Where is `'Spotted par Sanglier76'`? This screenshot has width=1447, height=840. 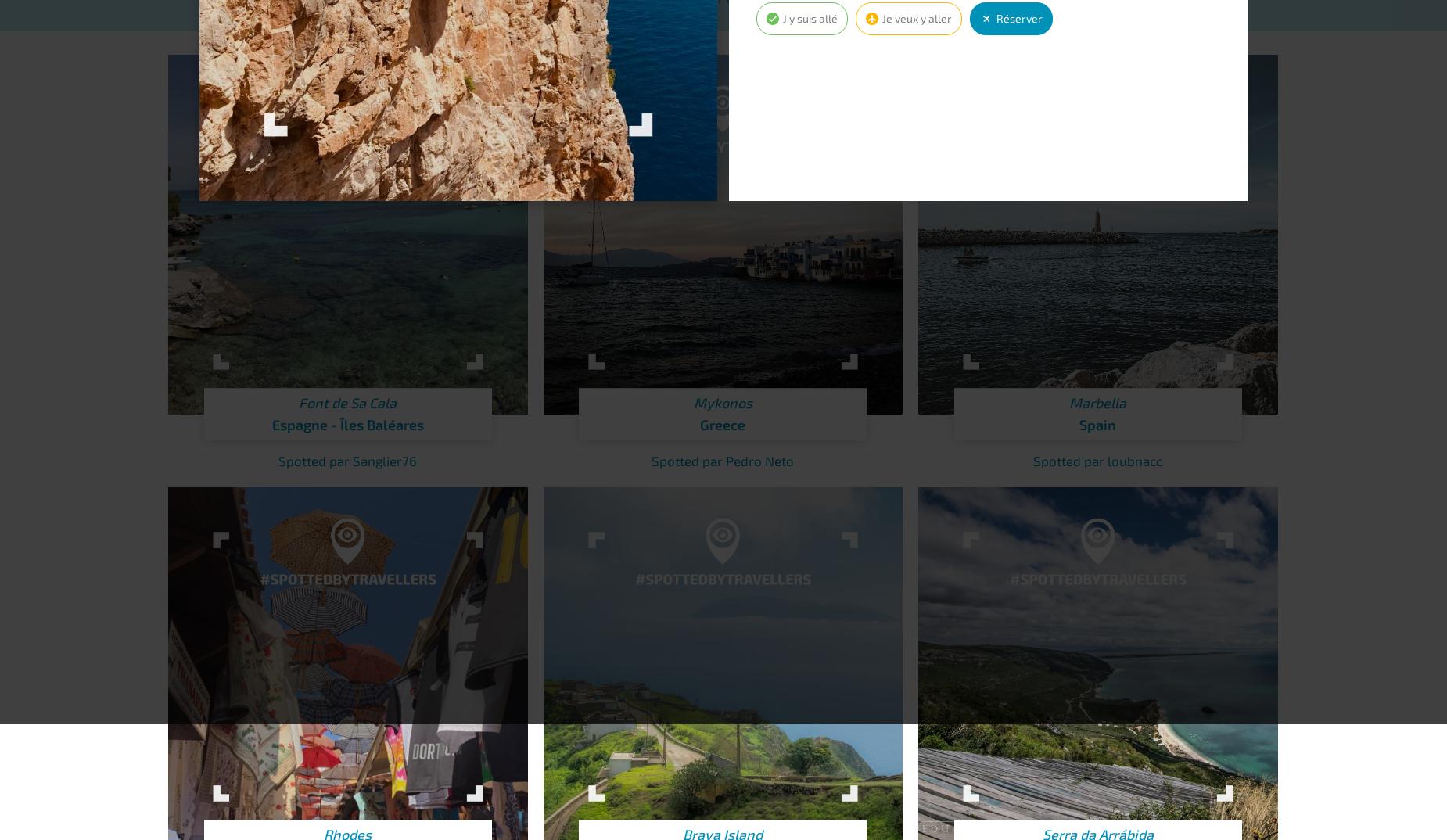 'Spotted par Sanglier76' is located at coordinates (277, 459).